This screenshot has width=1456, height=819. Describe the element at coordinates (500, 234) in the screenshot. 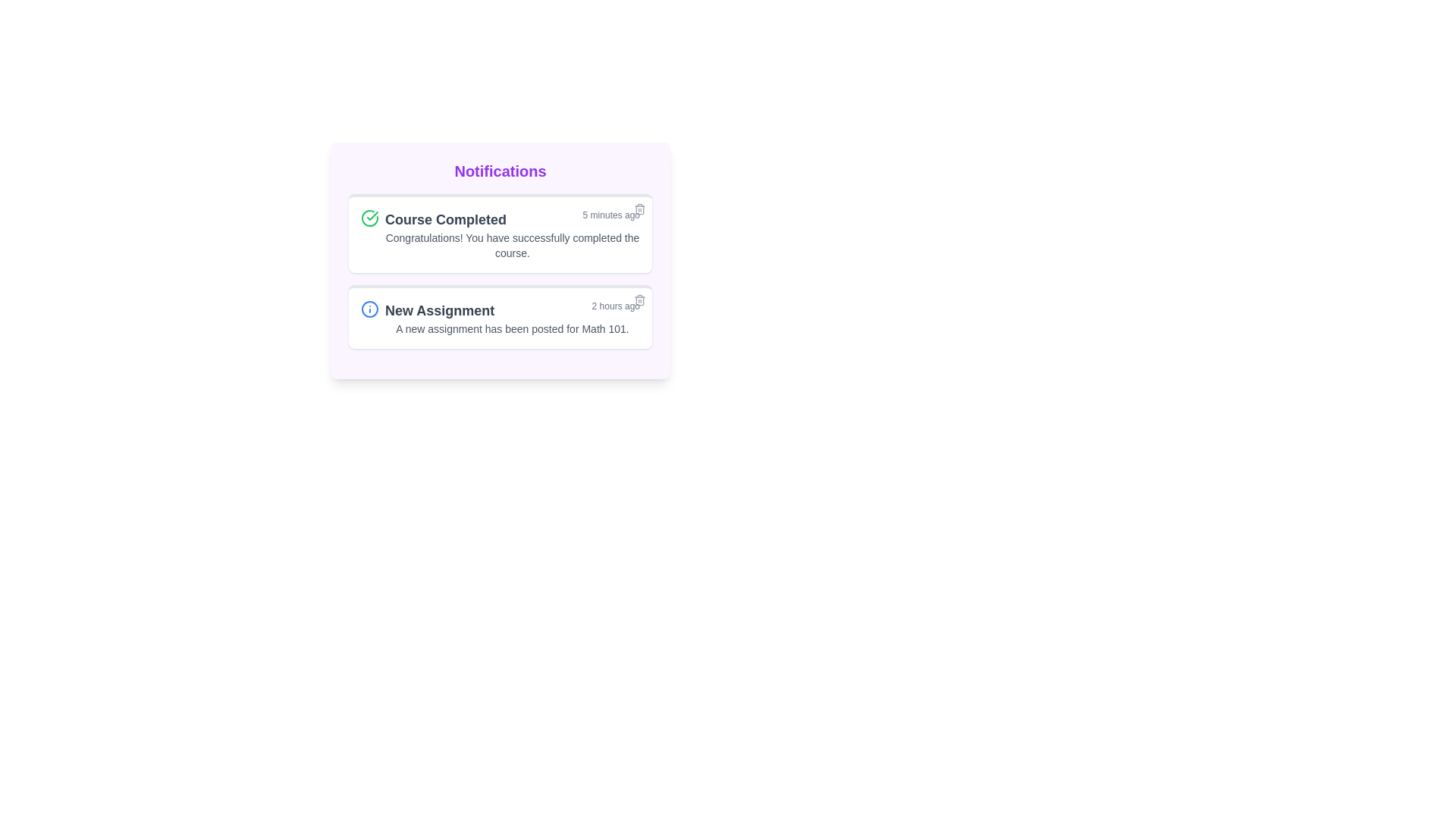

I see `the information displayed in the Notification card that indicates a completed course achievement, located in the top section of the notifications panel` at that location.